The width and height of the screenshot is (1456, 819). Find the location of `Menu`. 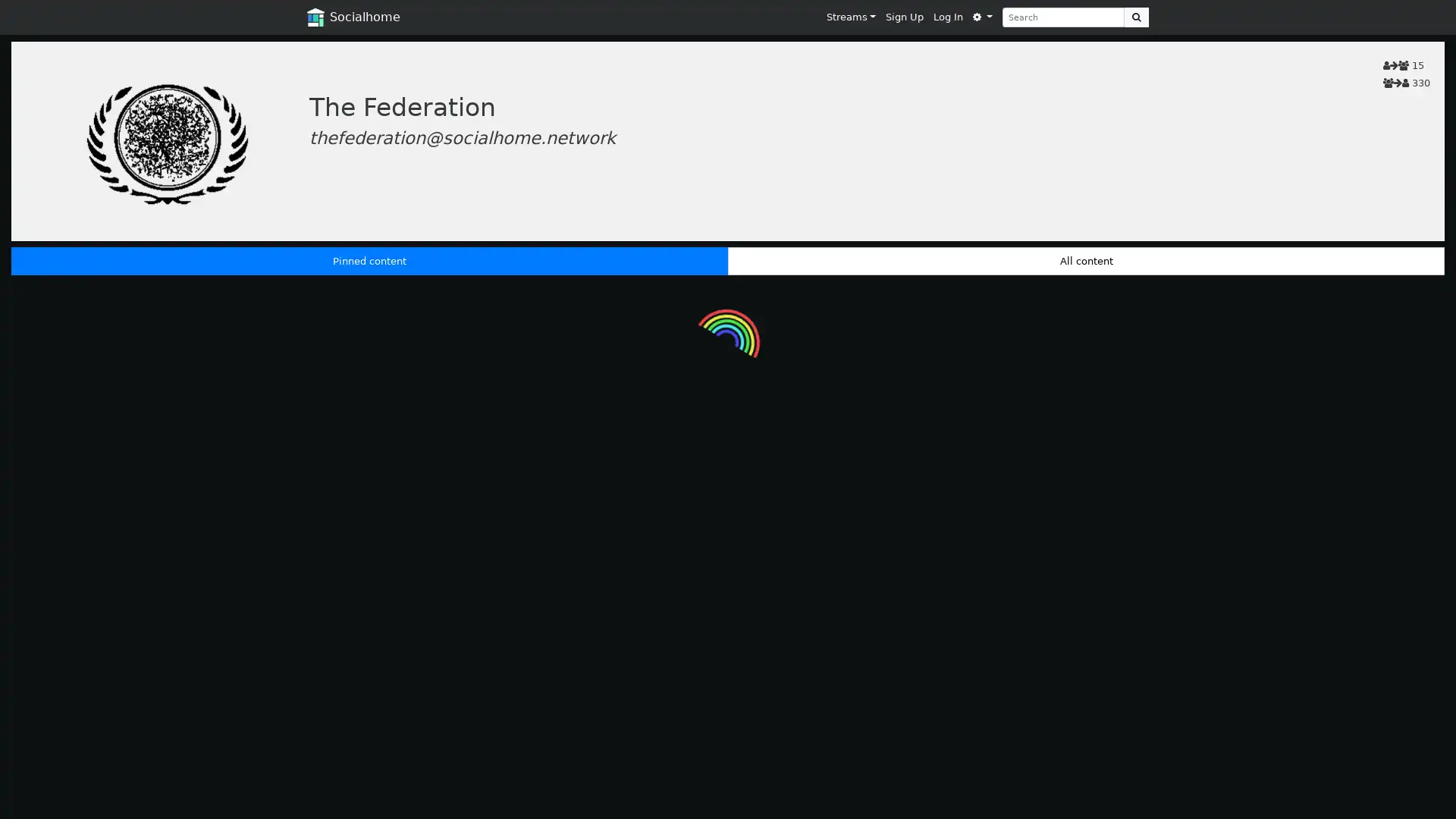

Menu is located at coordinates (982, 17).